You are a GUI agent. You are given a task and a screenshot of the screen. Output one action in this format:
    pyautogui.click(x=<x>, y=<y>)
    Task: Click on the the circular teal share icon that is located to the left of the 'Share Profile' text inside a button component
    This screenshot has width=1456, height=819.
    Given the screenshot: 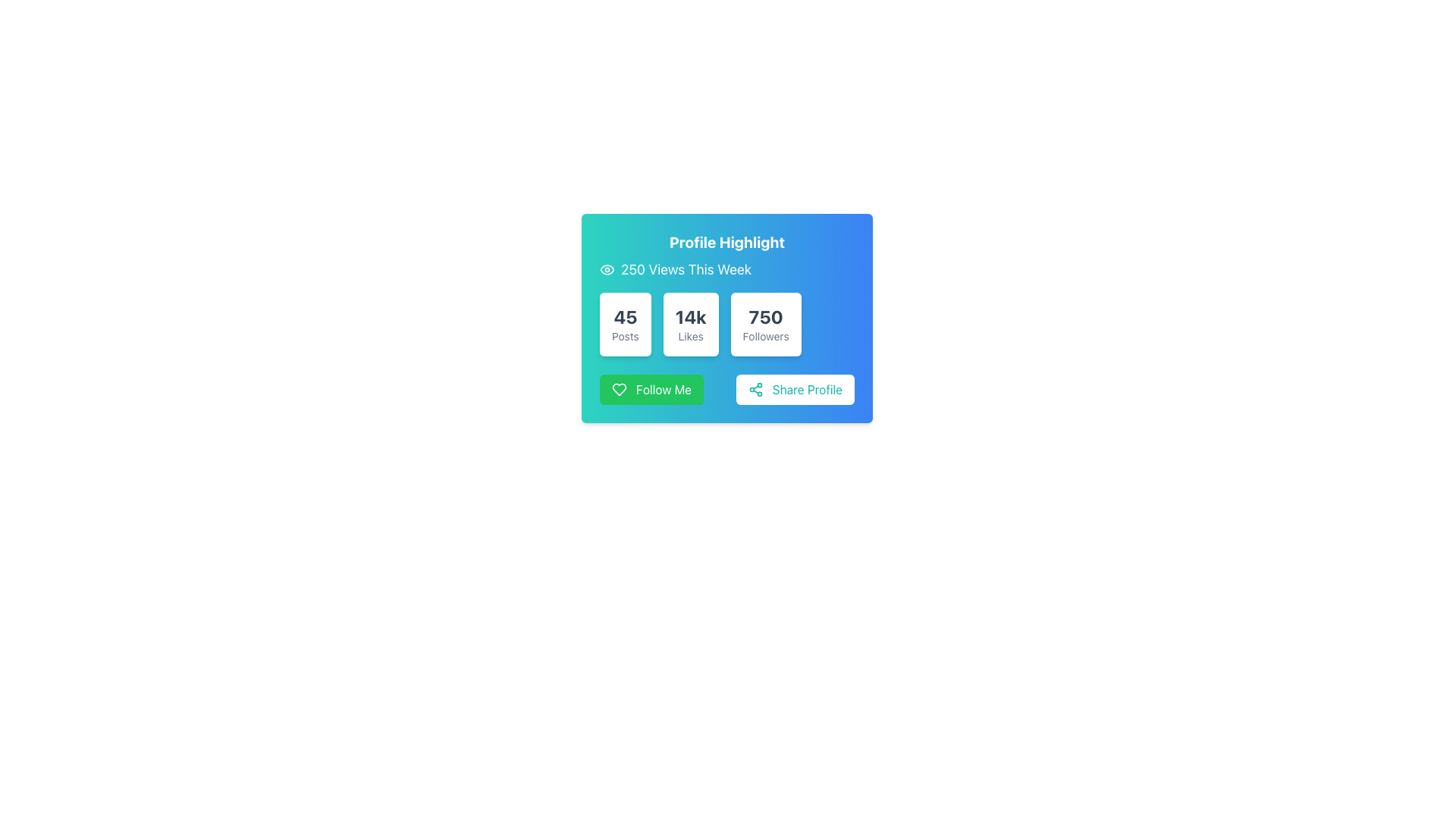 What is the action you would take?
    pyautogui.click(x=755, y=388)
    